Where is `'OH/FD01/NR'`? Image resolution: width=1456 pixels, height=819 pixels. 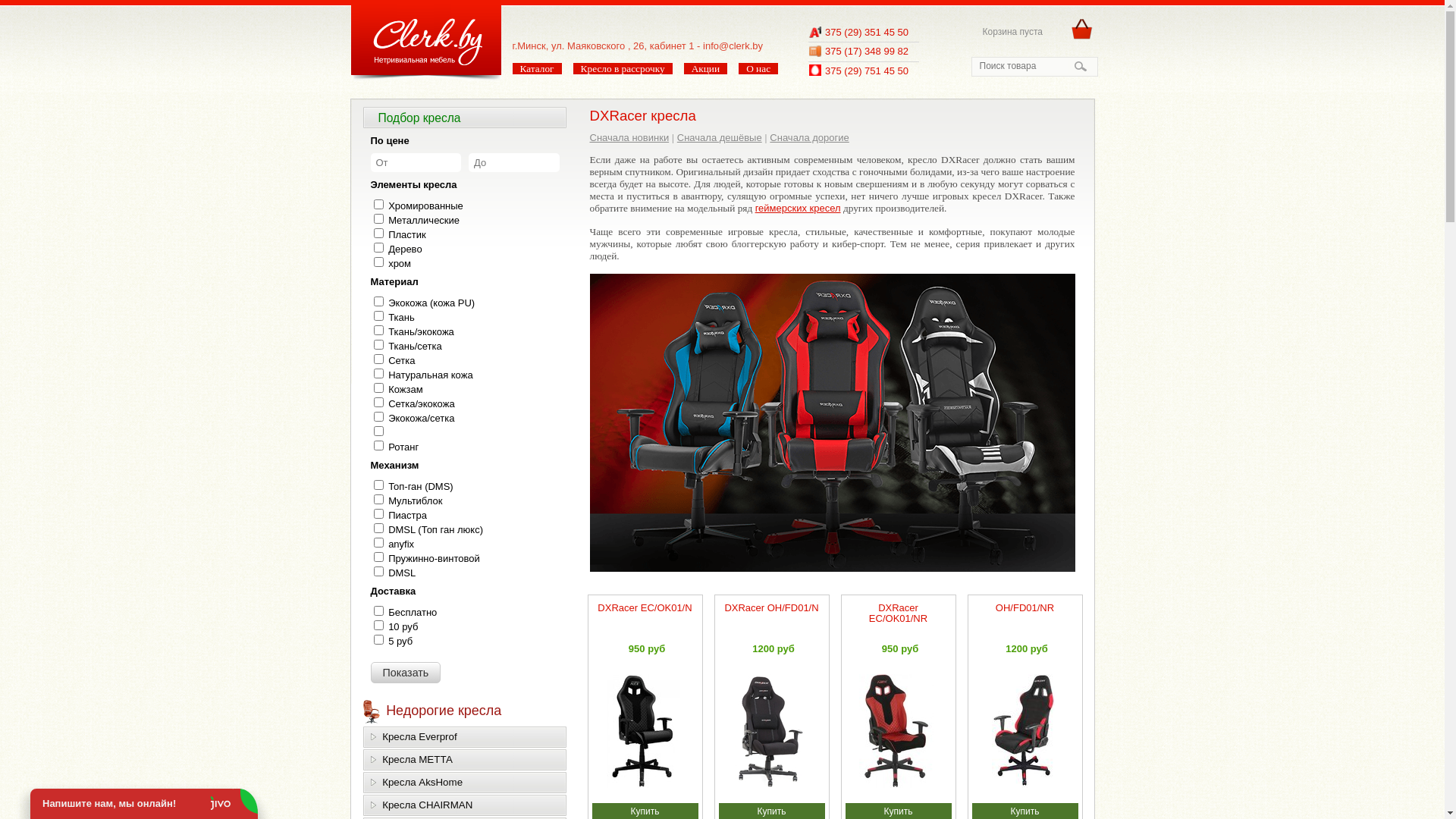
'OH/FD01/NR' is located at coordinates (996, 607).